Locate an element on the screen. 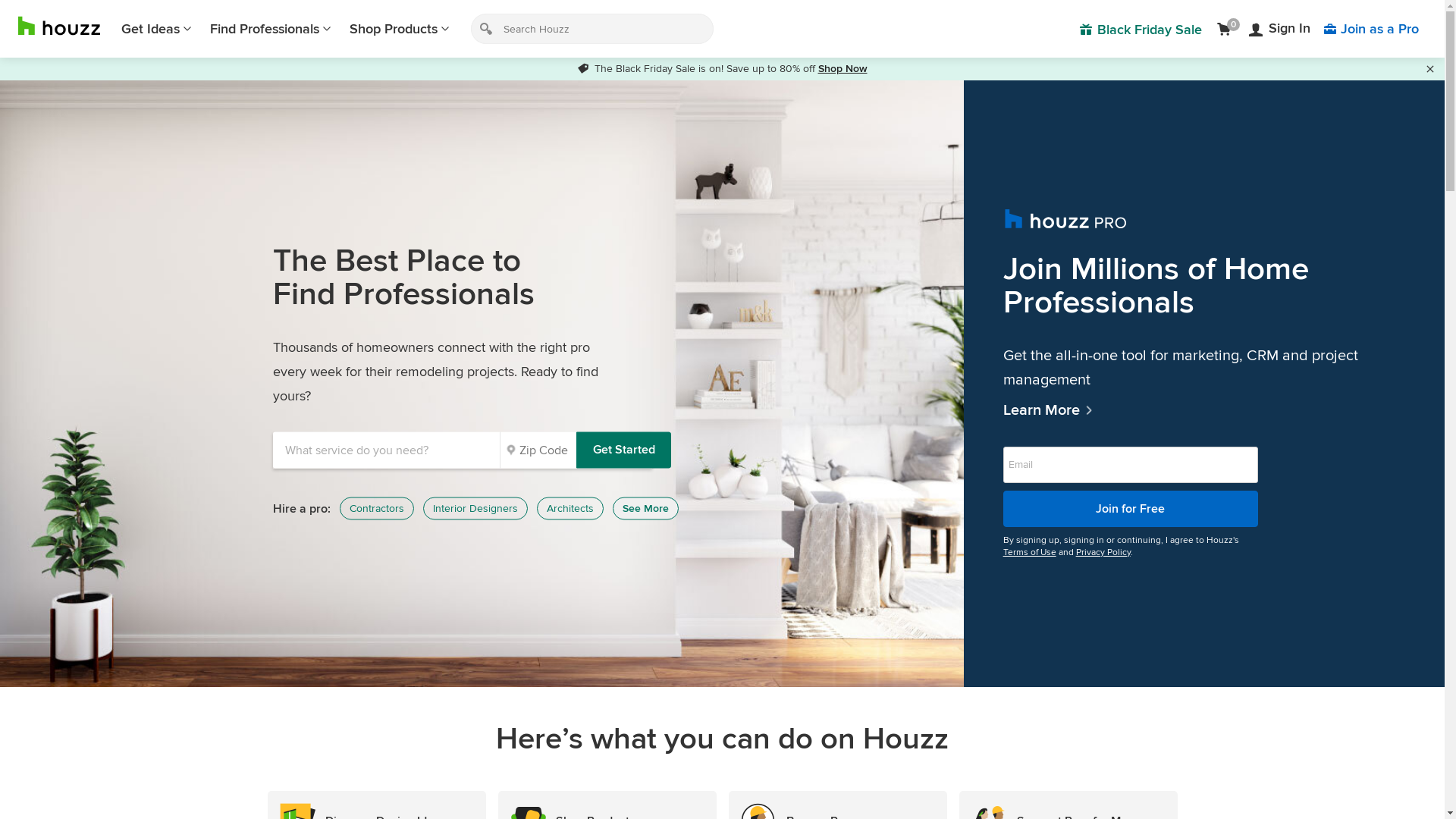  'Terms of Use' is located at coordinates (1030, 551).